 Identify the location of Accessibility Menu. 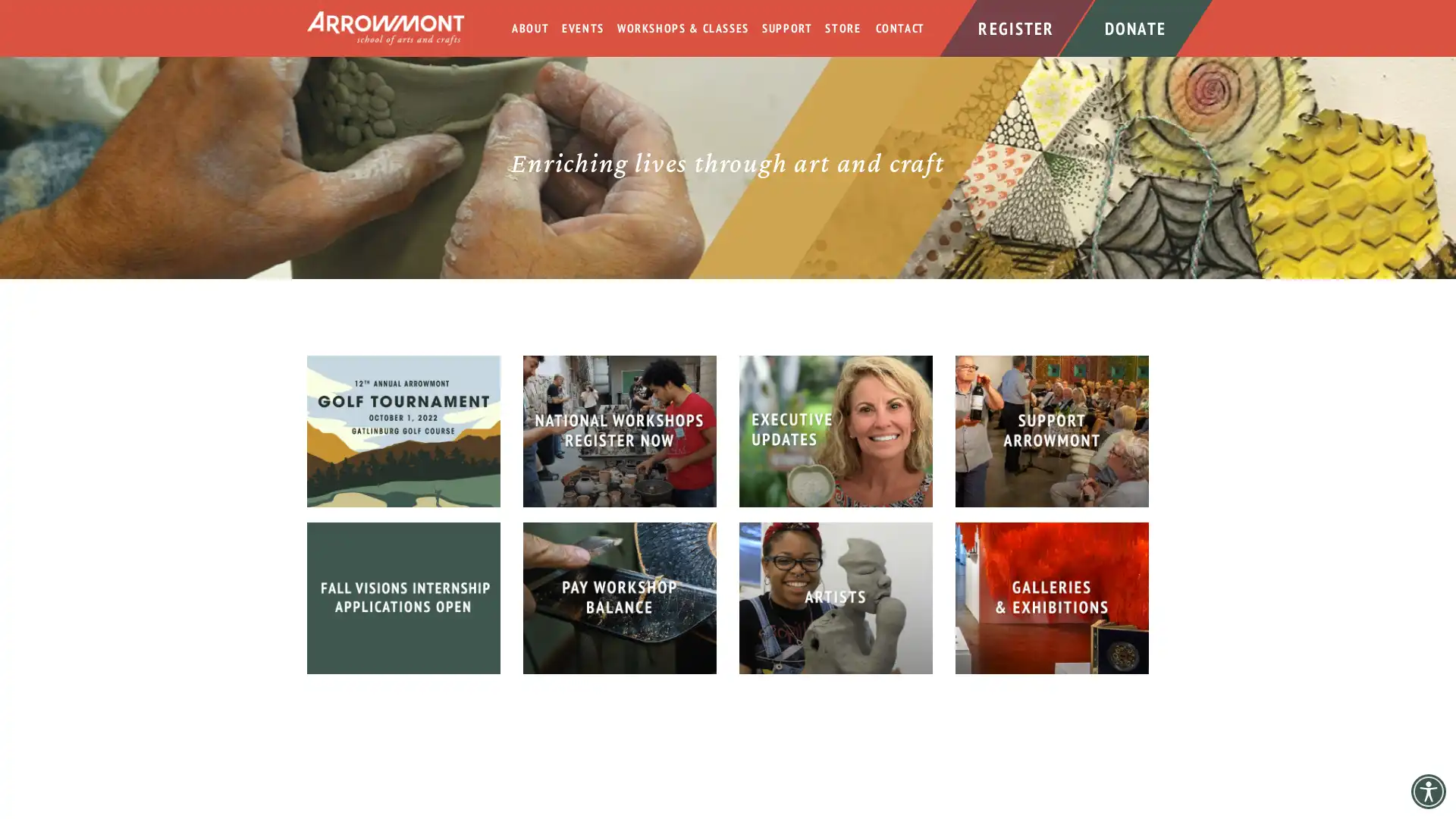
(1427, 791).